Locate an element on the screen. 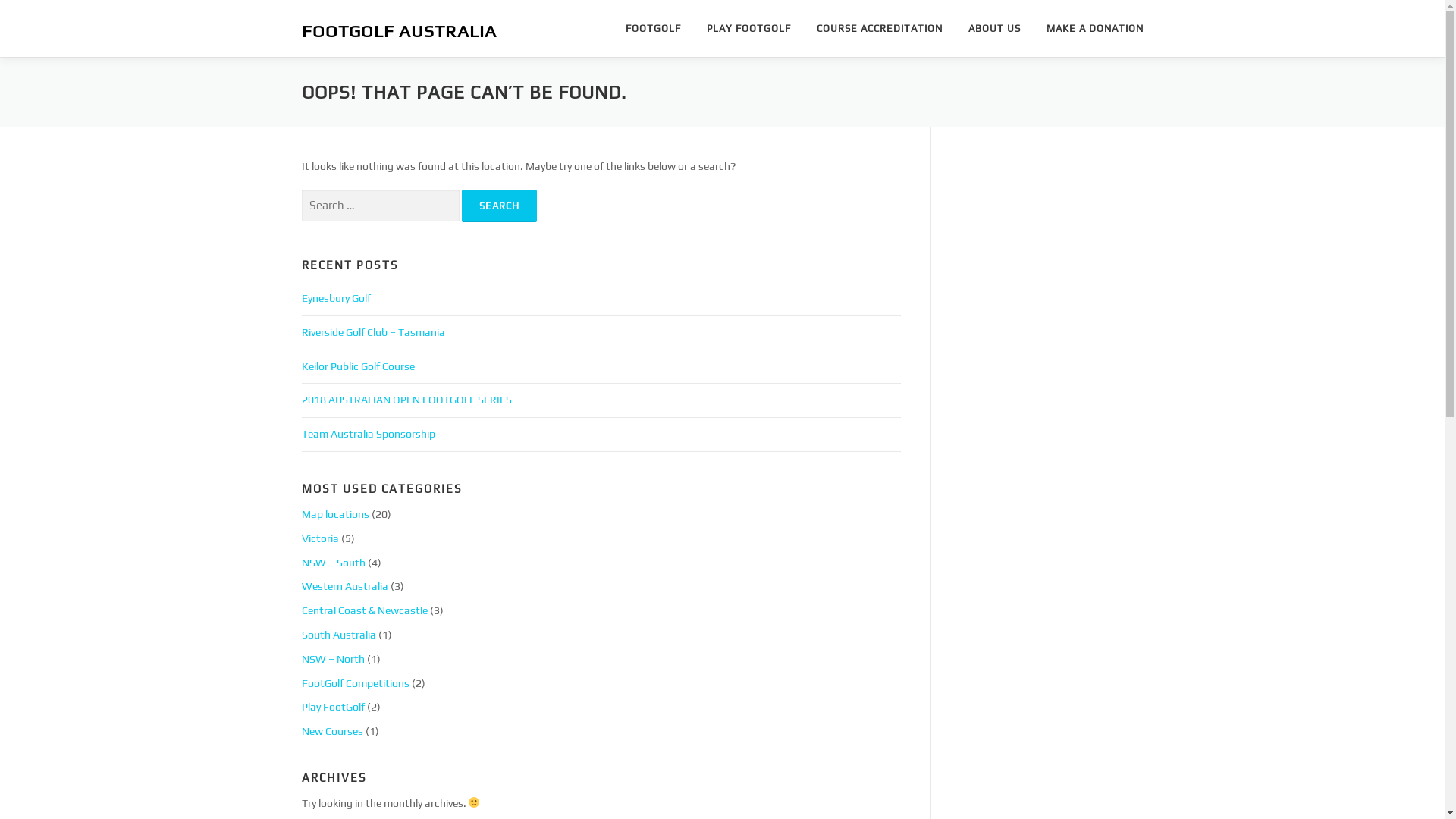 This screenshot has width=1456, height=819. 'FOOTGOLF' is located at coordinates (653, 28).